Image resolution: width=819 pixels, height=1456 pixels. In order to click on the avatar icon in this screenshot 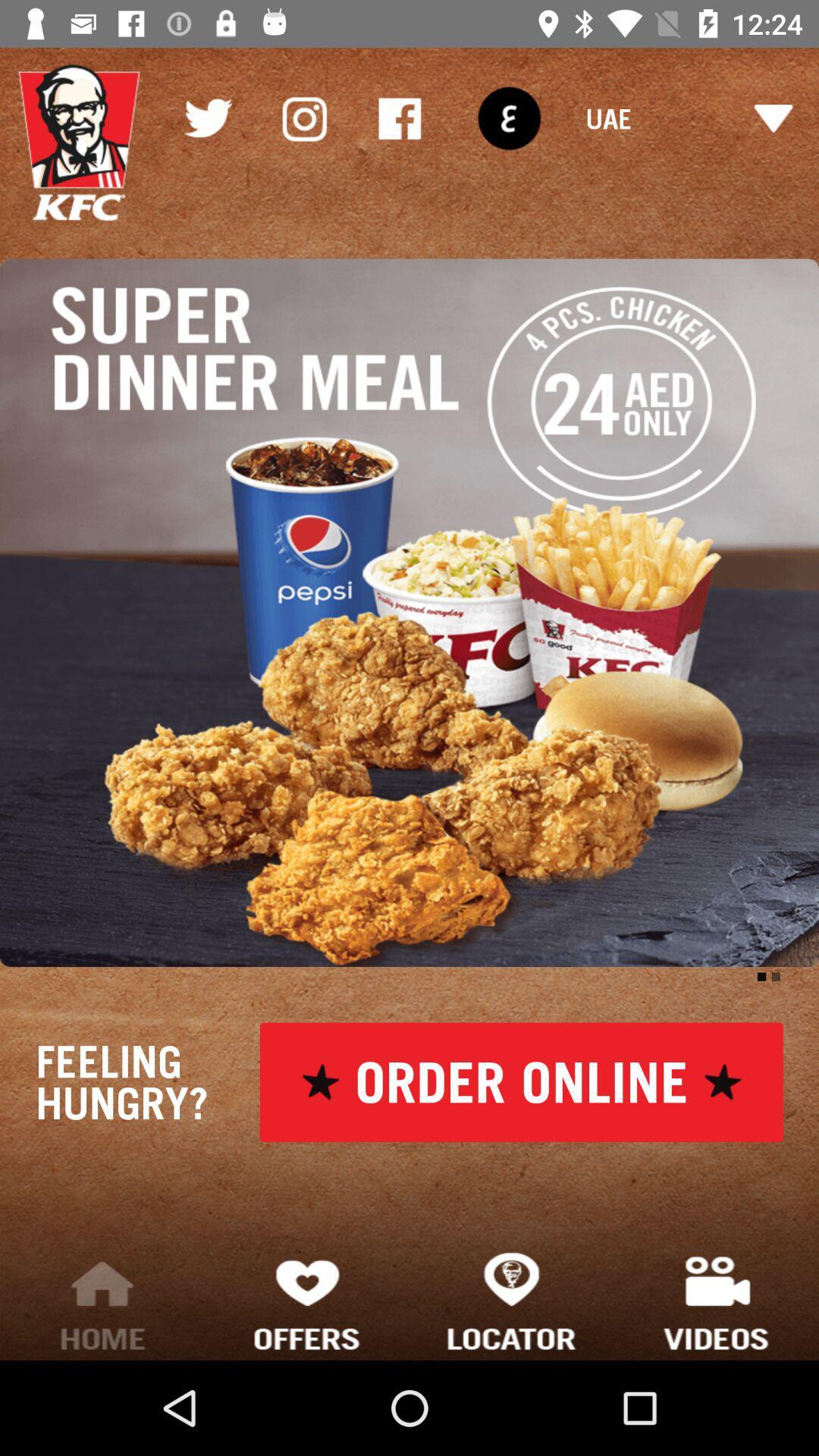, I will do `click(79, 143)`.